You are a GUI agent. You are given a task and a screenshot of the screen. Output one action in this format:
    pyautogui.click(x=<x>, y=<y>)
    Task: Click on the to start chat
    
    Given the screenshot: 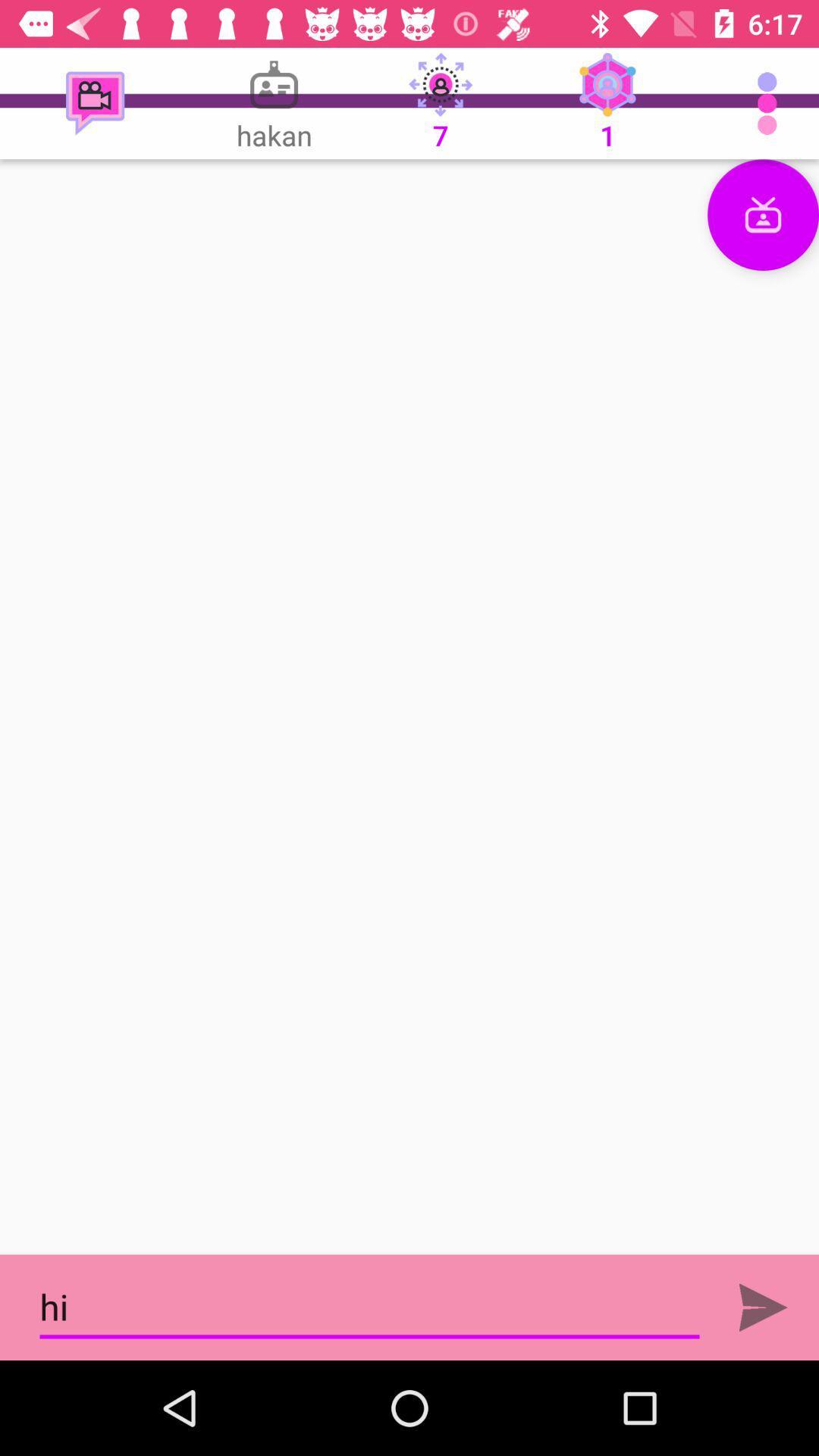 What is the action you would take?
    pyautogui.click(x=409, y=706)
    